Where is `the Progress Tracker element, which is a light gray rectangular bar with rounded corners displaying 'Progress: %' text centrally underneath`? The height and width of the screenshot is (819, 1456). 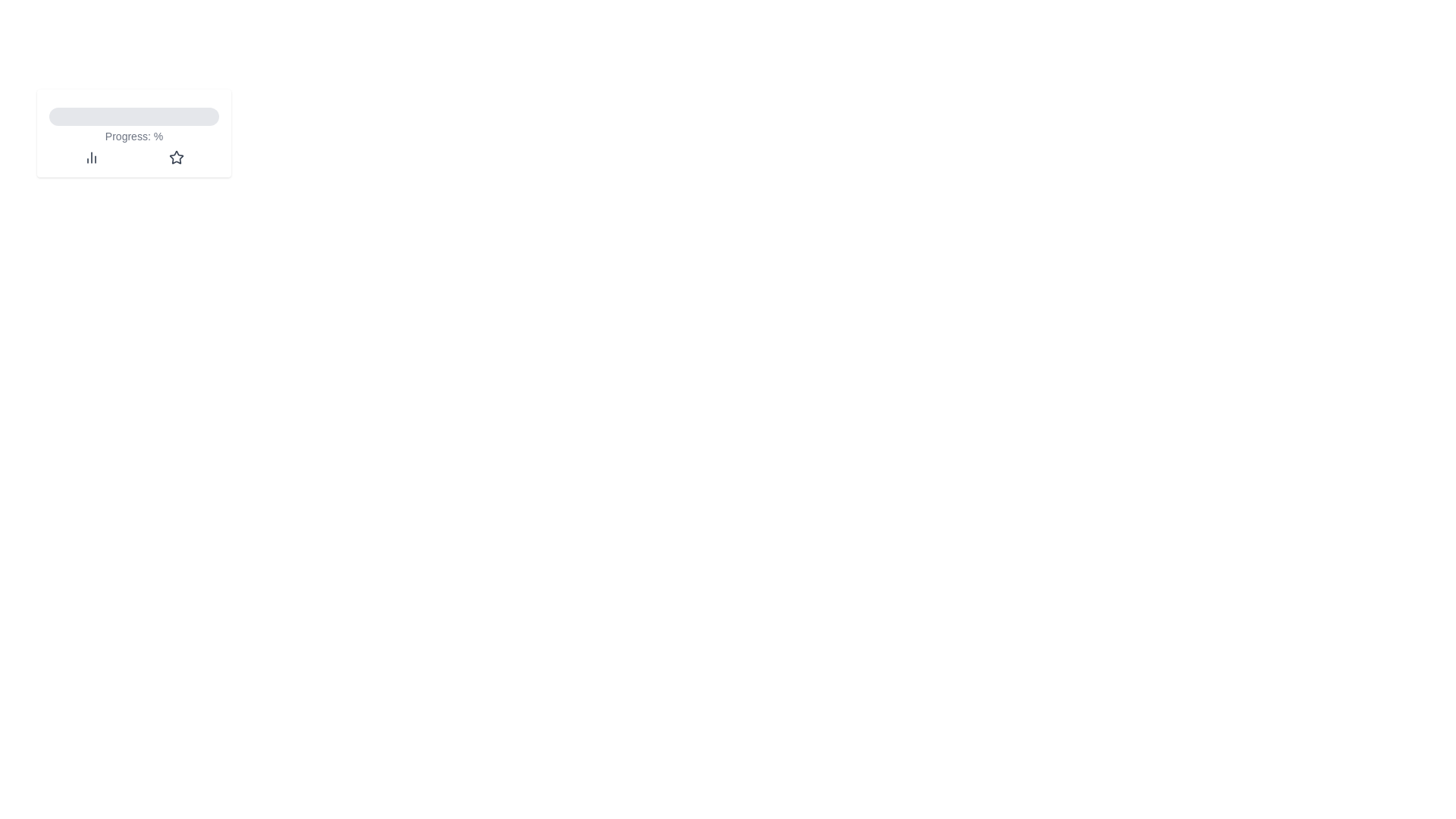 the Progress Tracker element, which is a light gray rectangular bar with rounded corners displaying 'Progress: %' text centrally underneath is located at coordinates (134, 133).